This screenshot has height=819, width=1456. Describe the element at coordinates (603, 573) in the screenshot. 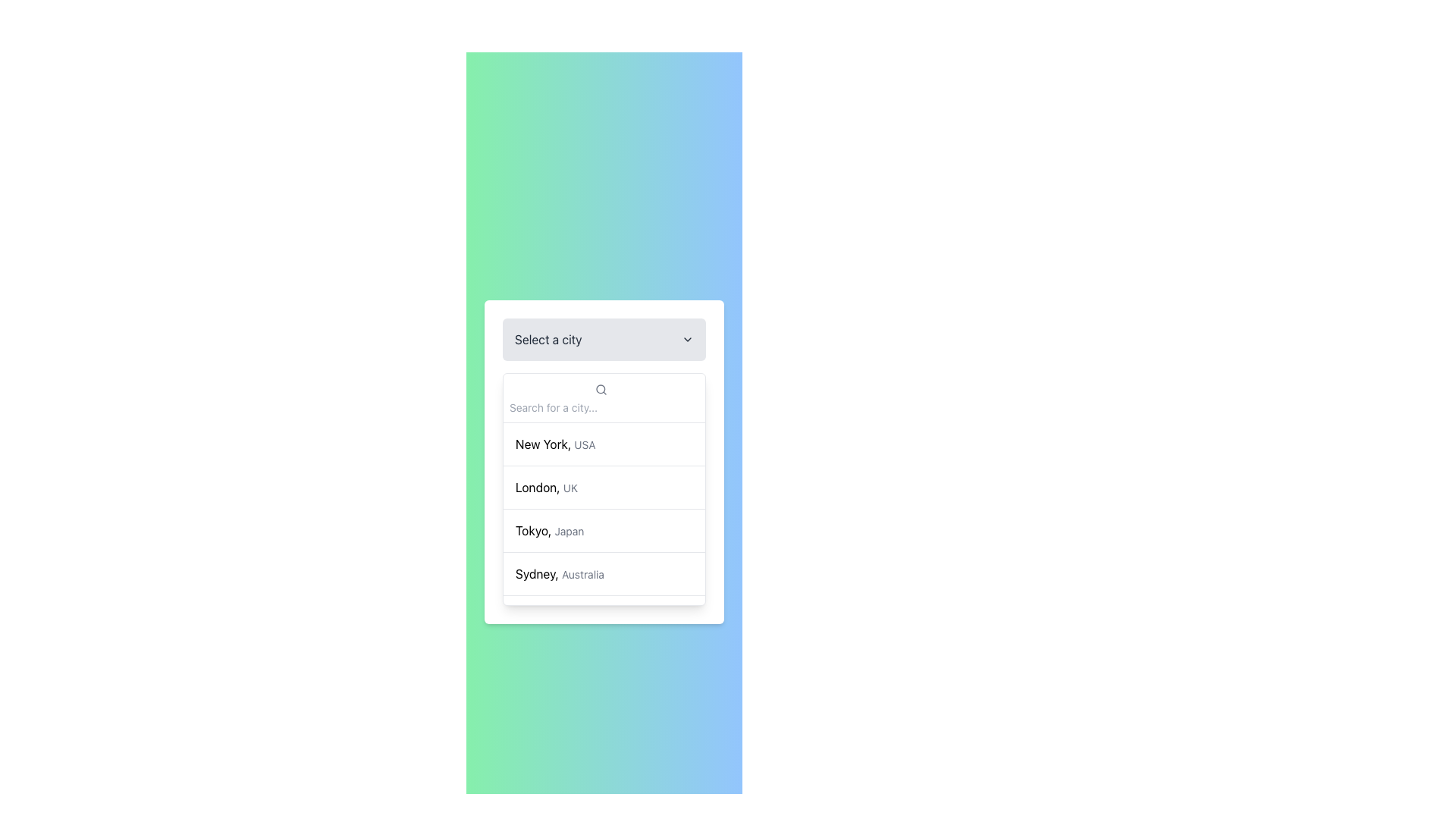

I see `the fourth item in the dropdown list that displays 'Sydney, Australia'` at that location.